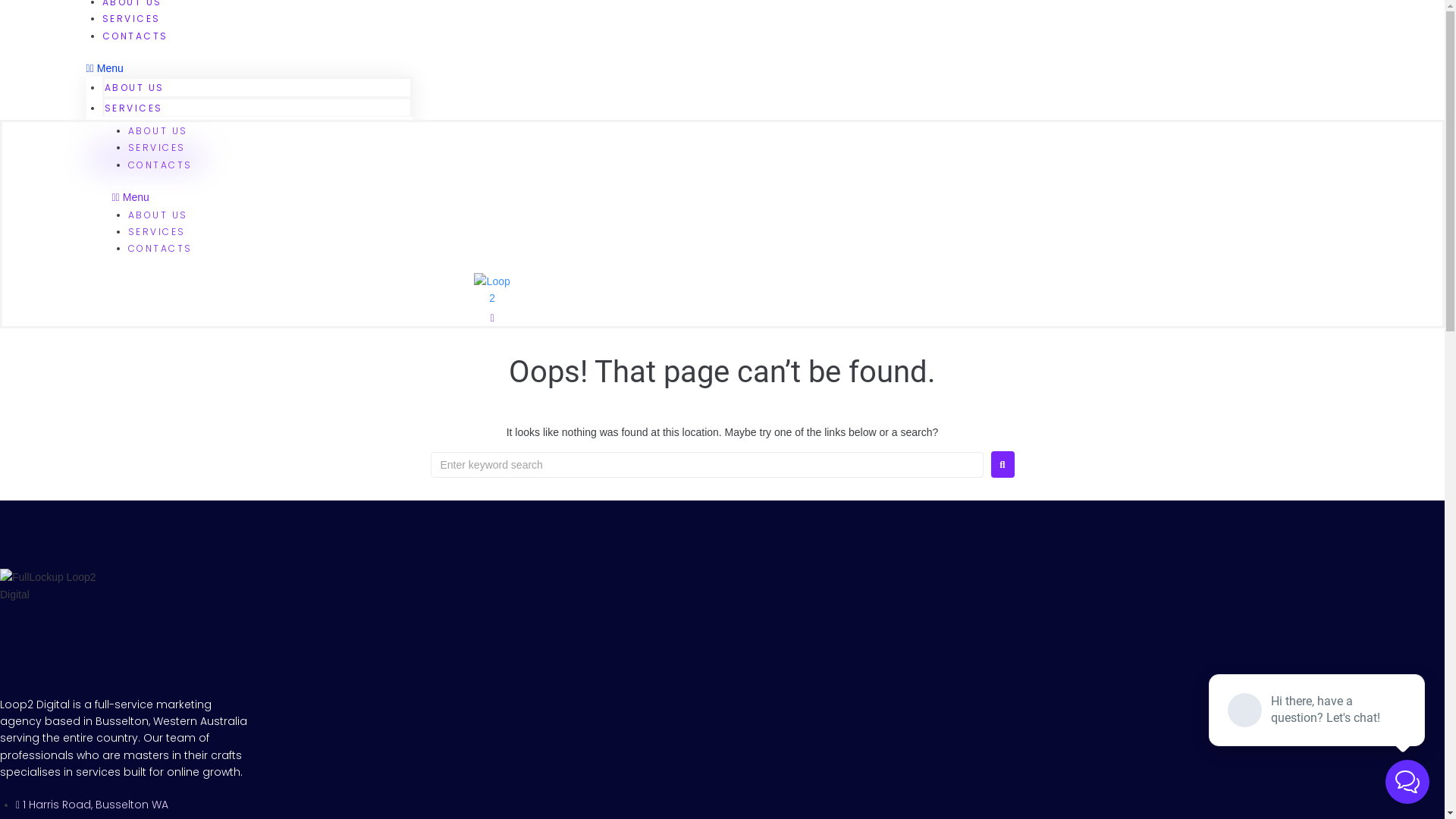  What do you see at coordinates (131, 18) in the screenshot?
I see `'SERVICES'` at bounding box center [131, 18].